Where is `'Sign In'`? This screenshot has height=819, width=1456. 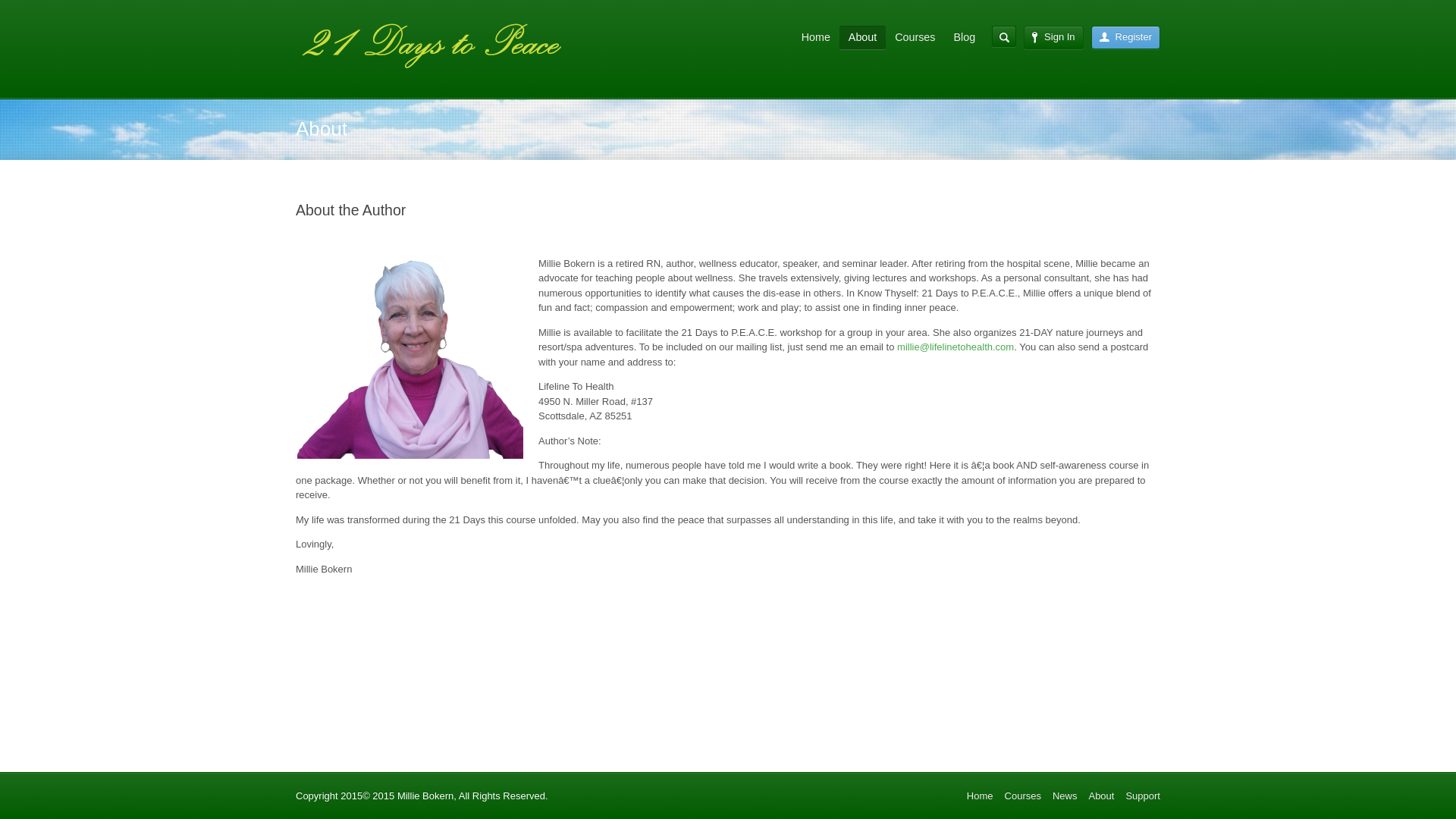 'Sign In' is located at coordinates (1052, 36).